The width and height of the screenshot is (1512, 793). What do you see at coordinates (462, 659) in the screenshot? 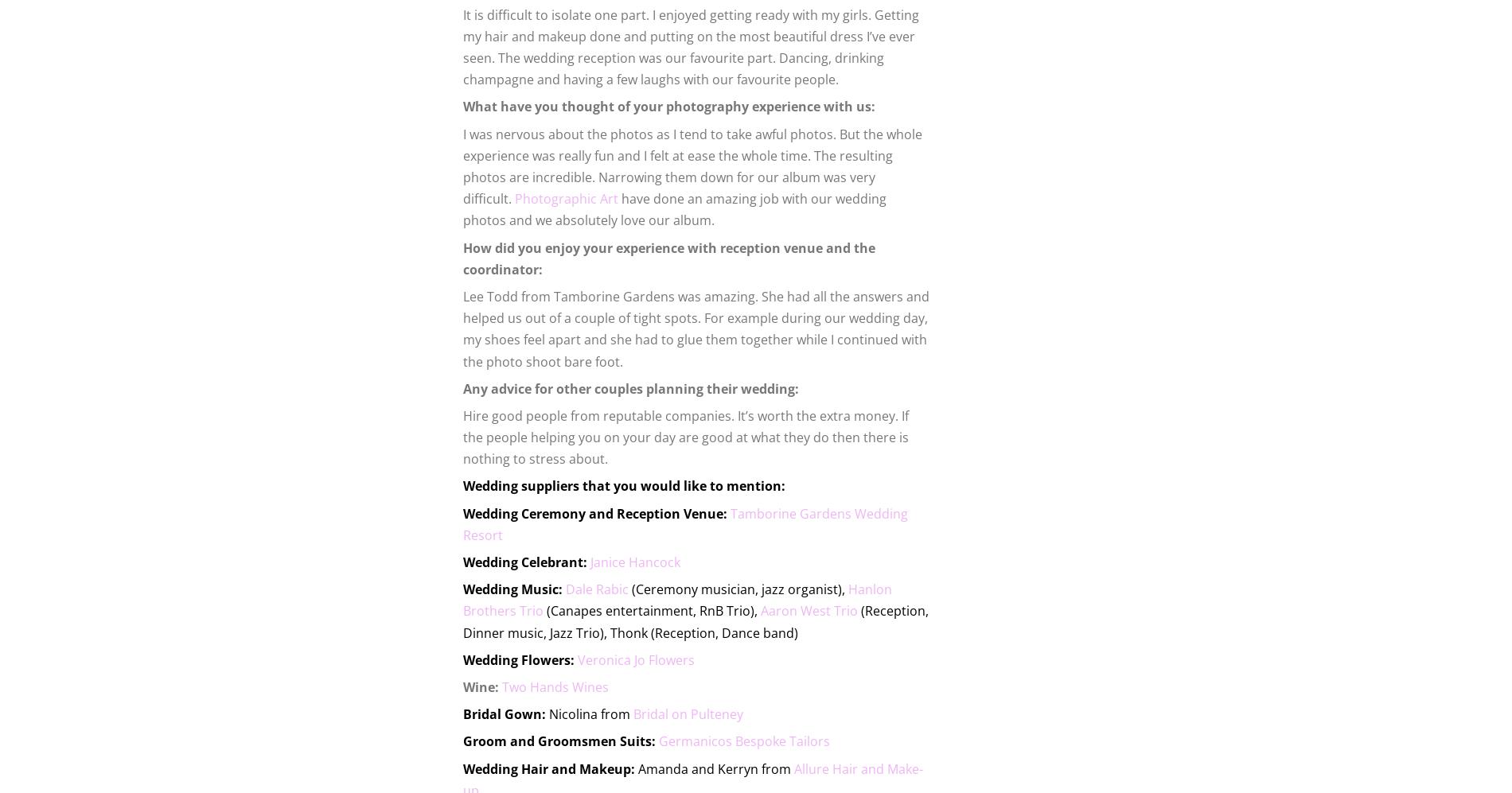
I see `'Wedding Flowers:'` at bounding box center [462, 659].